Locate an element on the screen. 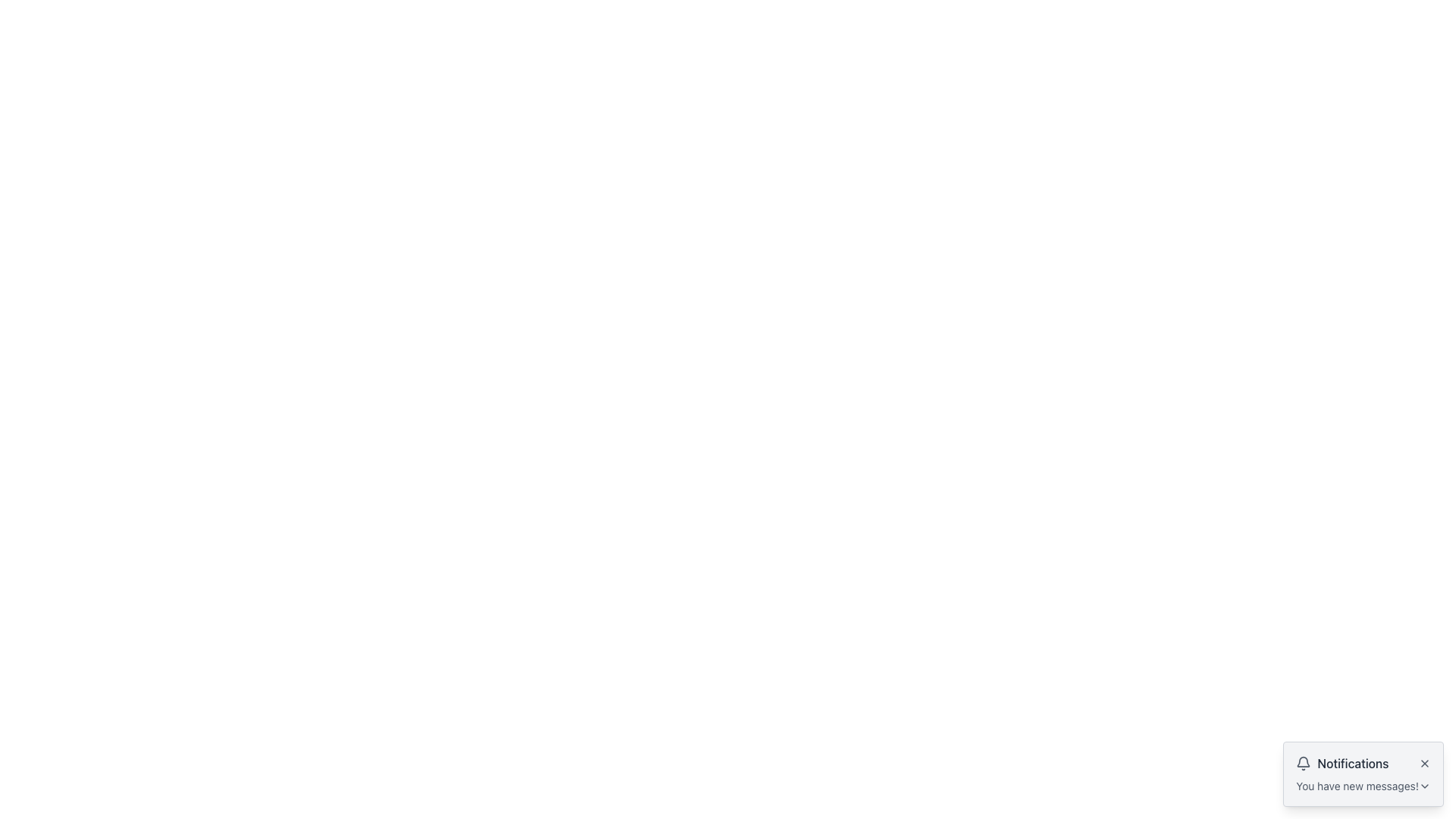 Image resolution: width=1456 pixels, height=819 pixels. the dropdown icon next to the text message 'You have new messages!' in the notifications modal is located at coordinates (1363, 786).